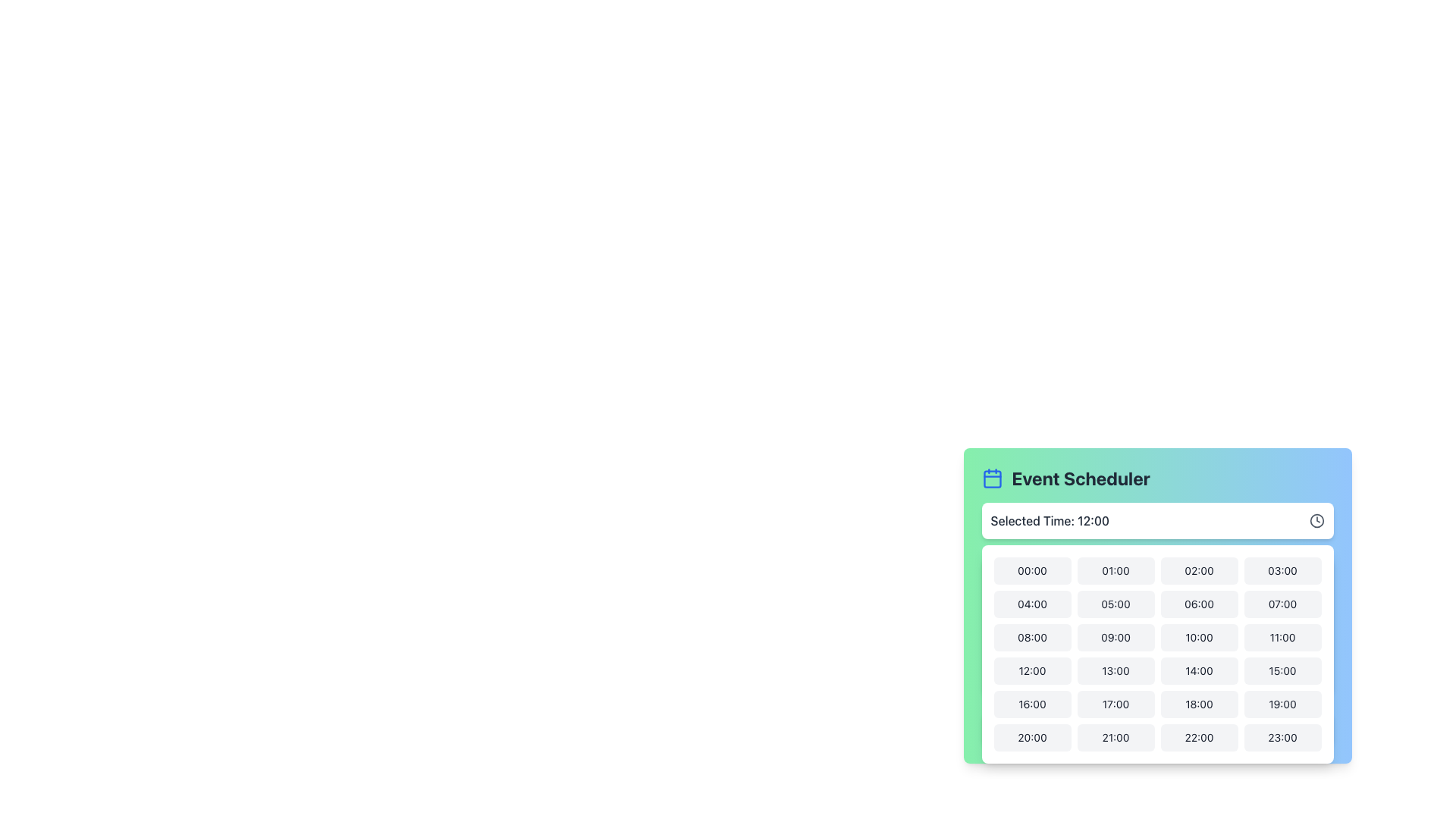 This screenshot has height=819, width=1456. What do you see at coordinates (1198, 637) in the screenshot?
I see `the rounded rectangular button labeled '10:00' in light gray` at bounding box center [1198, 637].